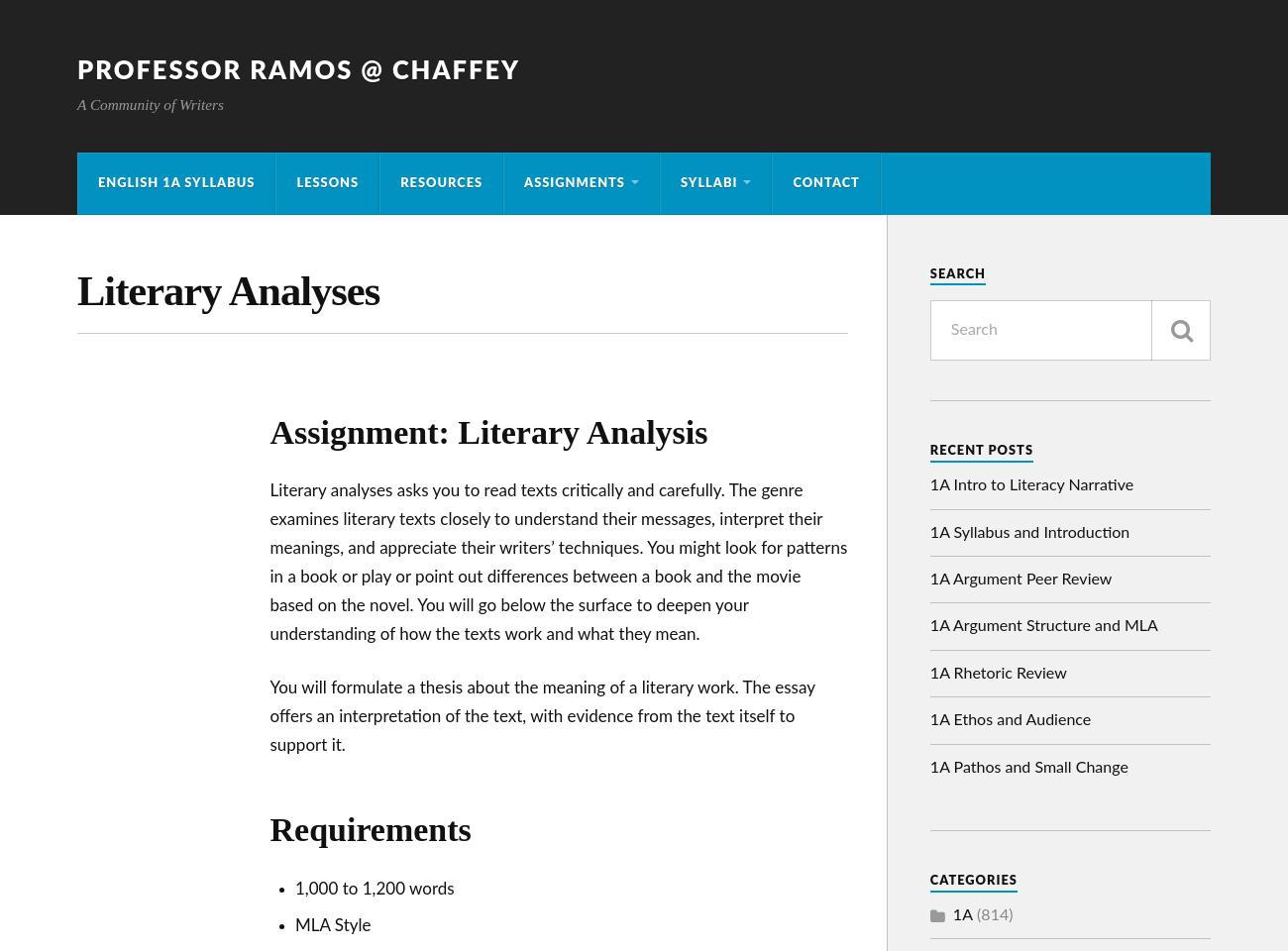 The height and width of the screenshot is (951, 1288). Describe the element at coordinates (487, 431) in the screenshot. I see `'Assignment: Literary Analysis'` at that location.